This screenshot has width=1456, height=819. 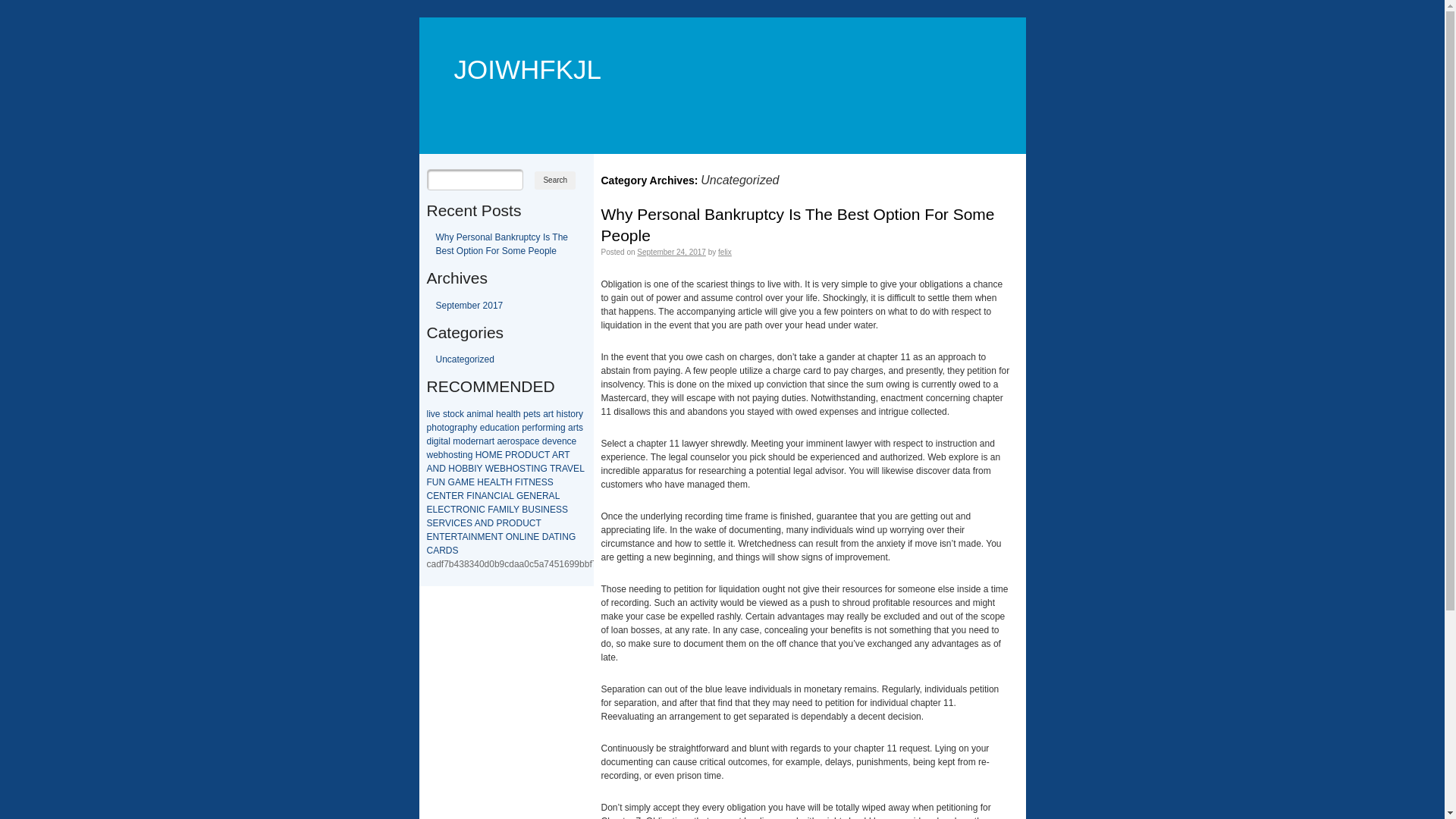 I want to click on 'L', so click(x=498, y=482).